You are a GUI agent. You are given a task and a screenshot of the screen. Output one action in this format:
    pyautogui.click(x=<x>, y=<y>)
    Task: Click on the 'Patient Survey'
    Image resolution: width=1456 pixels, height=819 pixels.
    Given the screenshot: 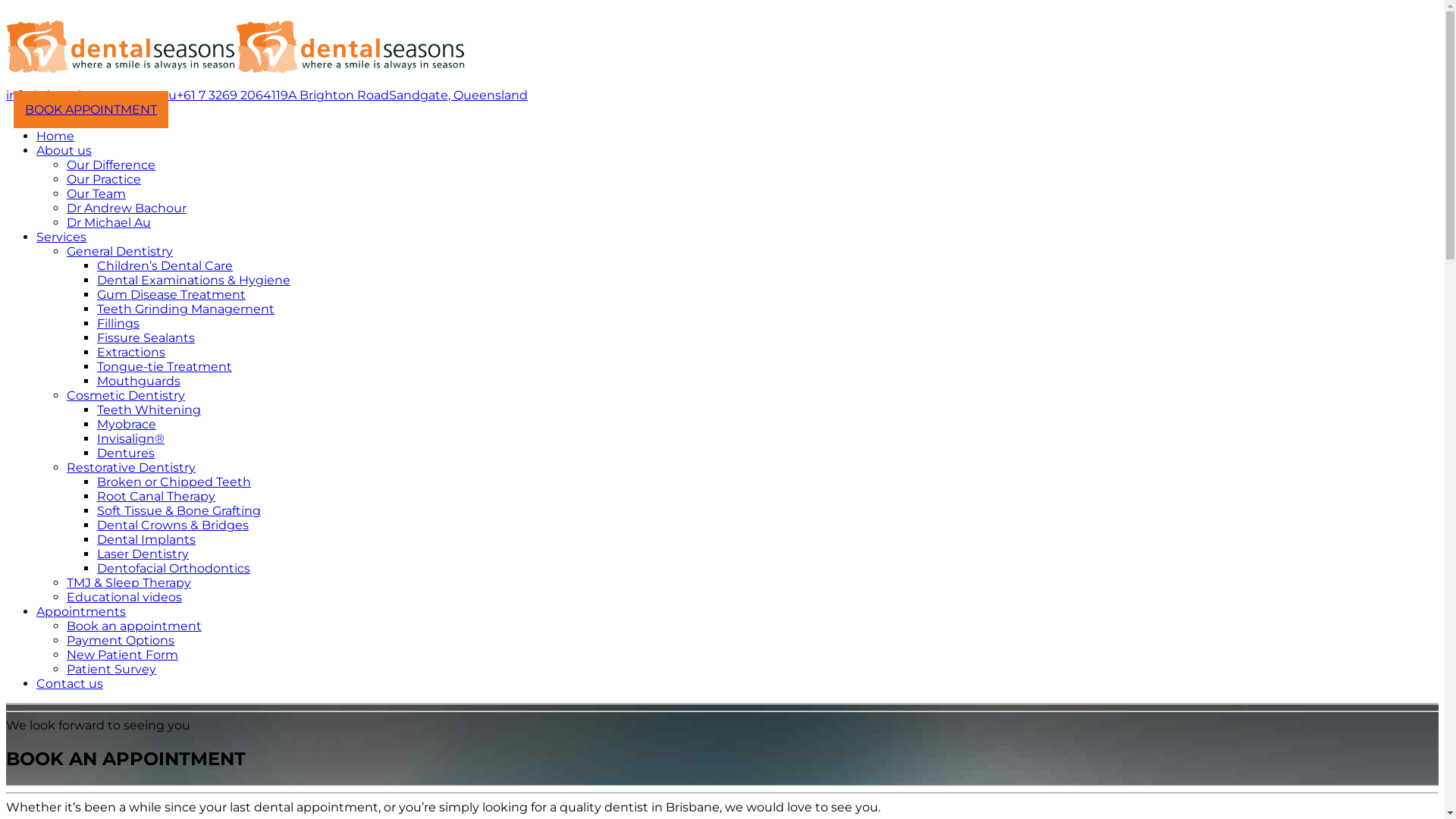 What is the action you would take?
    pyautogui.click(x=111, y=668)
    